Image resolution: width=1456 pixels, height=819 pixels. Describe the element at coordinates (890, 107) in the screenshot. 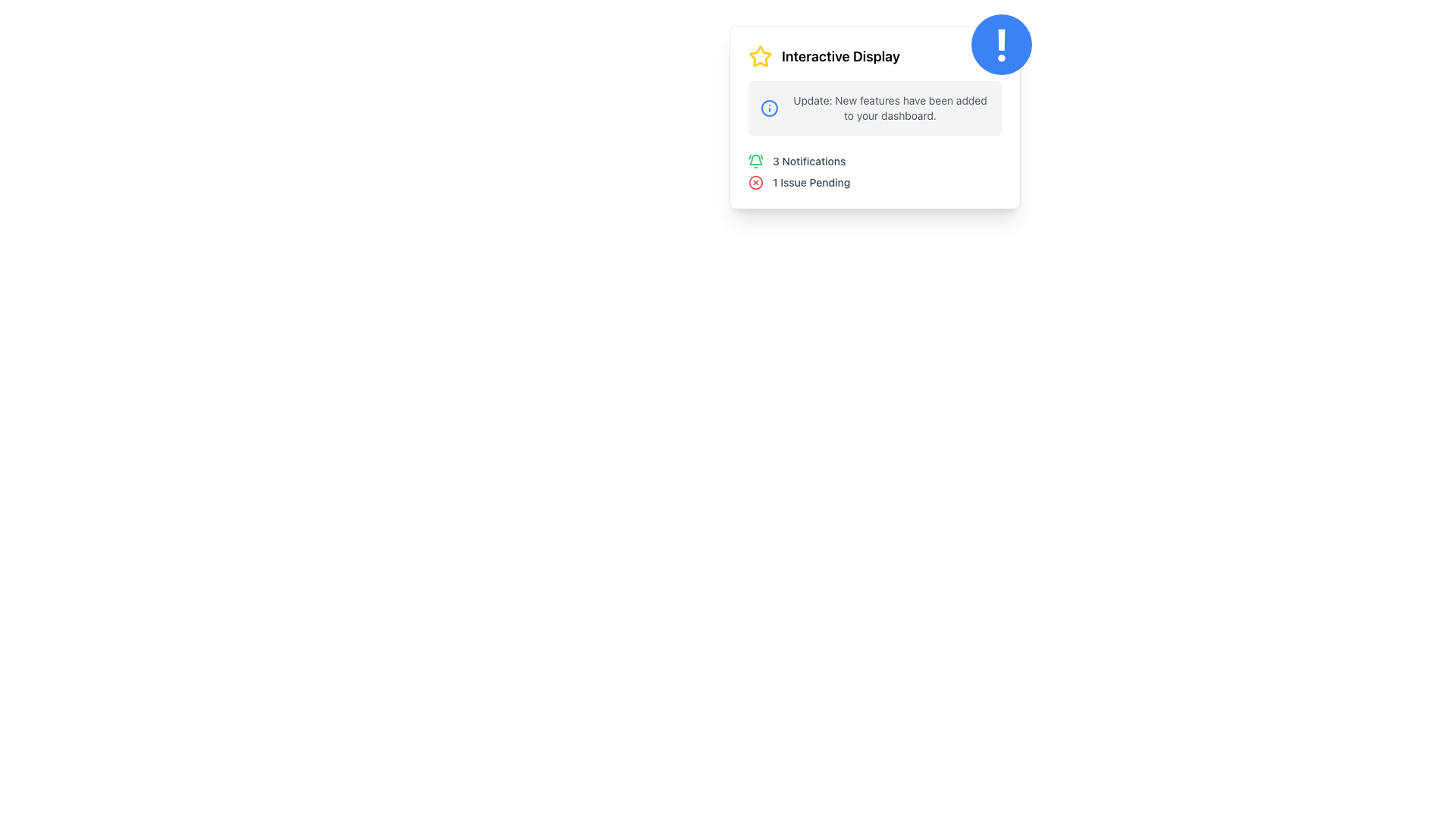

I see `the notification text element that informs the user about new features added to their dashboard, which is centrally located beneath an information icon` at that location.